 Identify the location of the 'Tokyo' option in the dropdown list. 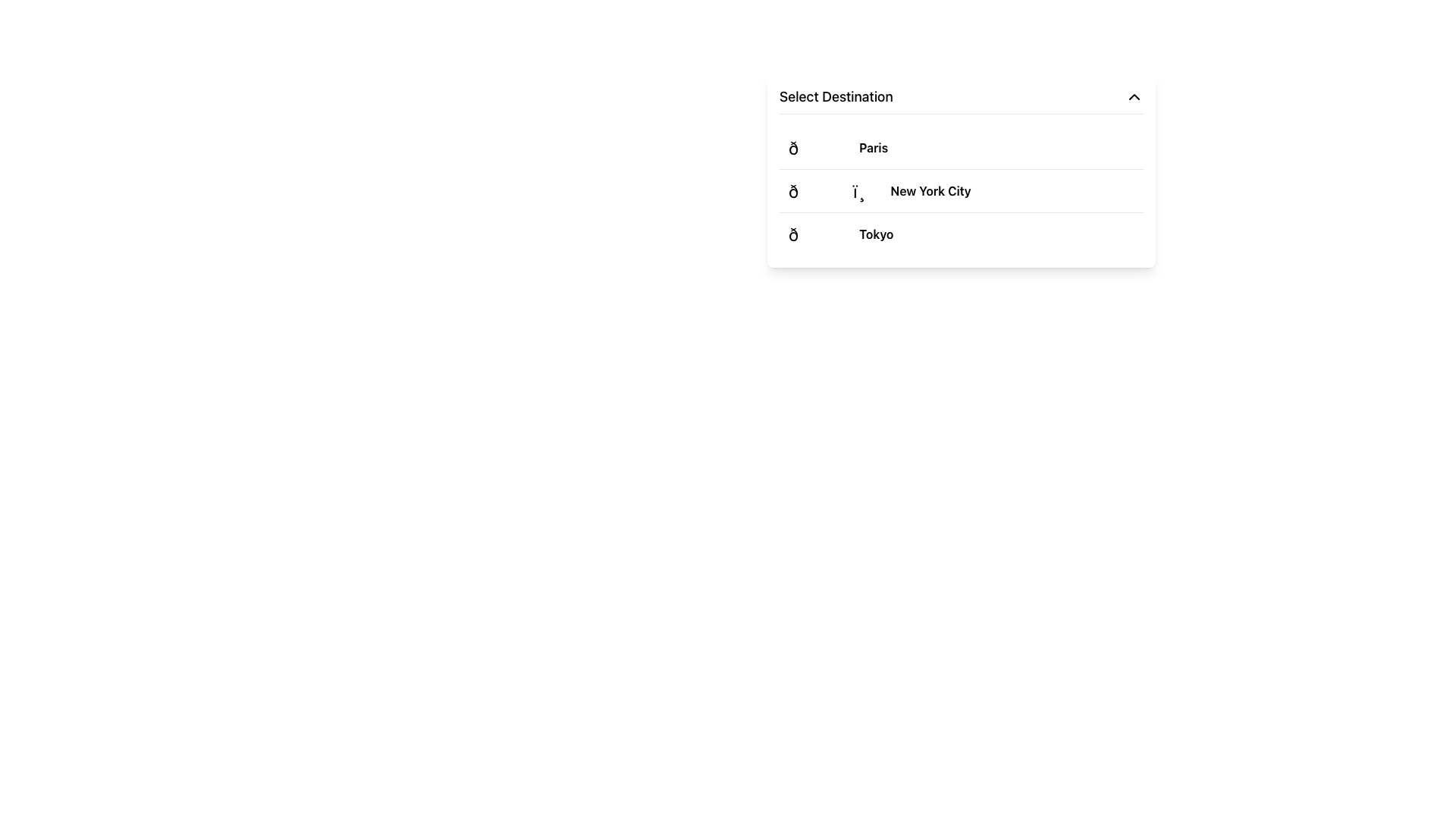
(876, 234).